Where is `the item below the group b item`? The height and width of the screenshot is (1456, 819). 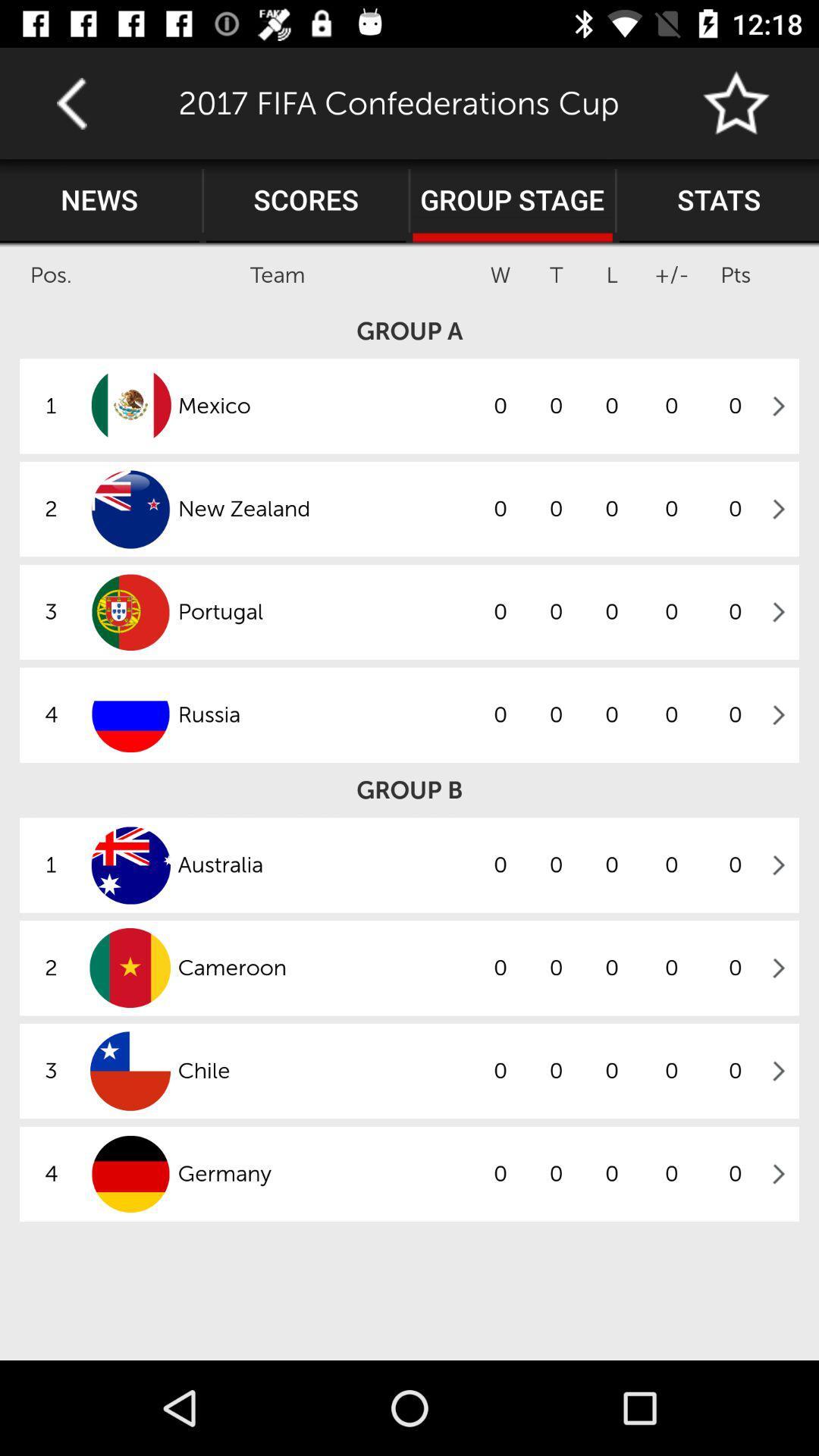 the item below the group b item is located at coordinates (324, 865).